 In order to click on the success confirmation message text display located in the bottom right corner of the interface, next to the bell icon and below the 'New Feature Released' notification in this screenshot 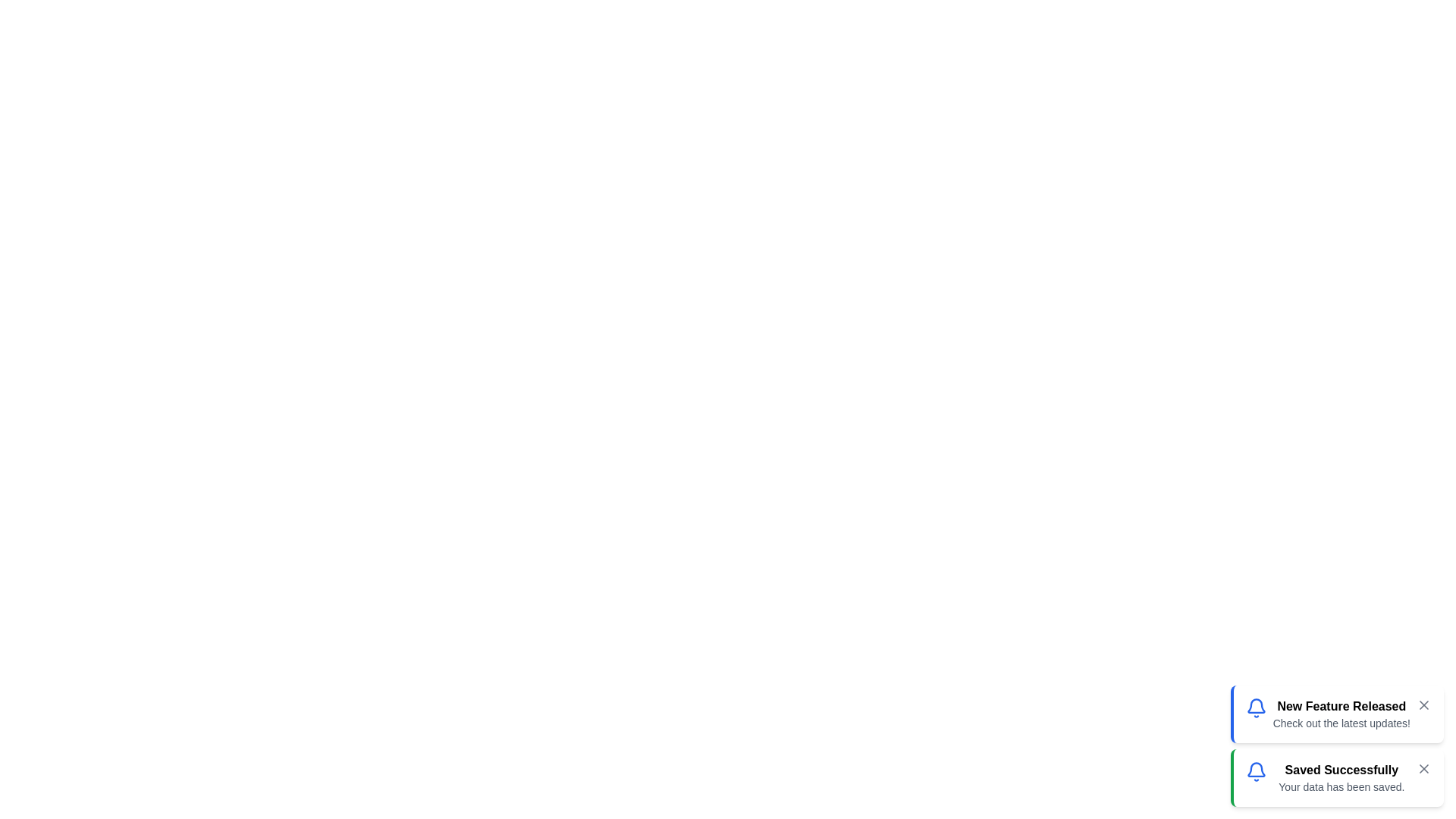, I will do `click(1341, 778)`.